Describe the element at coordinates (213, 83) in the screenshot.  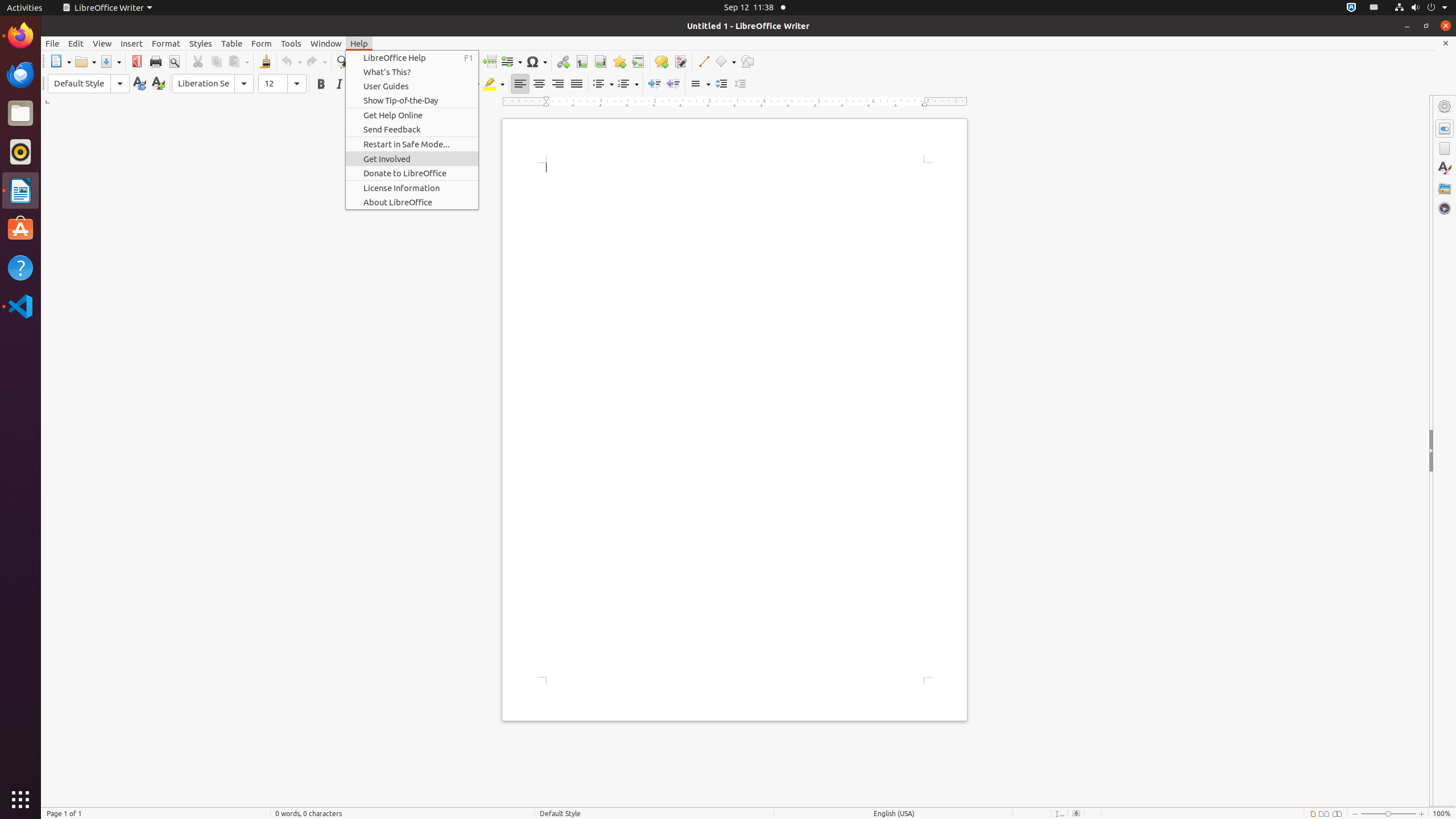
I see `'Font Name'` at that location.